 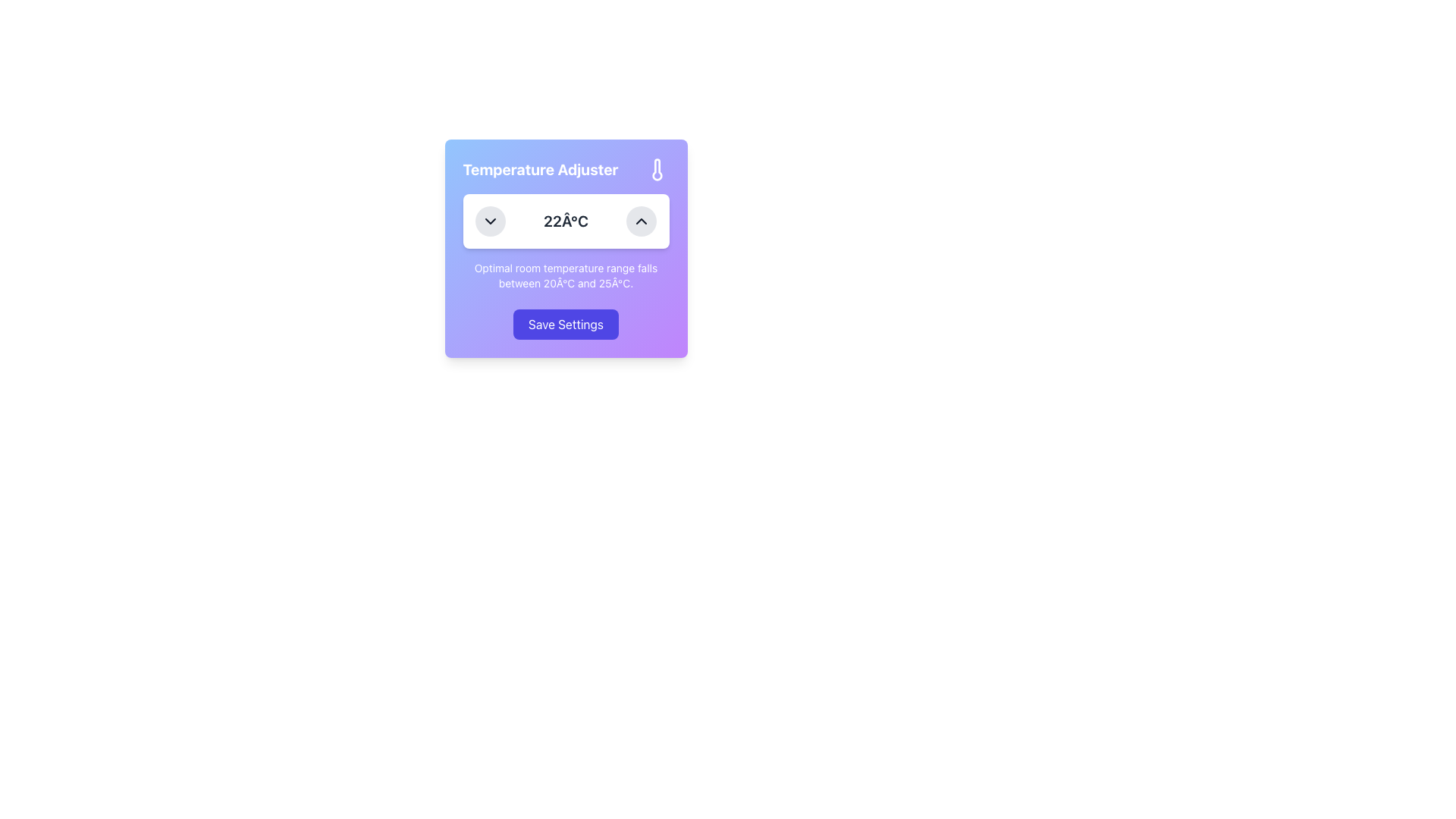 What do you see at coordinates (565, 324) in the screenshot?
I see `the save button located below the informational message about temperature ranges to confirm and submit user-modified settings related to temperature adjustments` at bounding box center [565, 324].